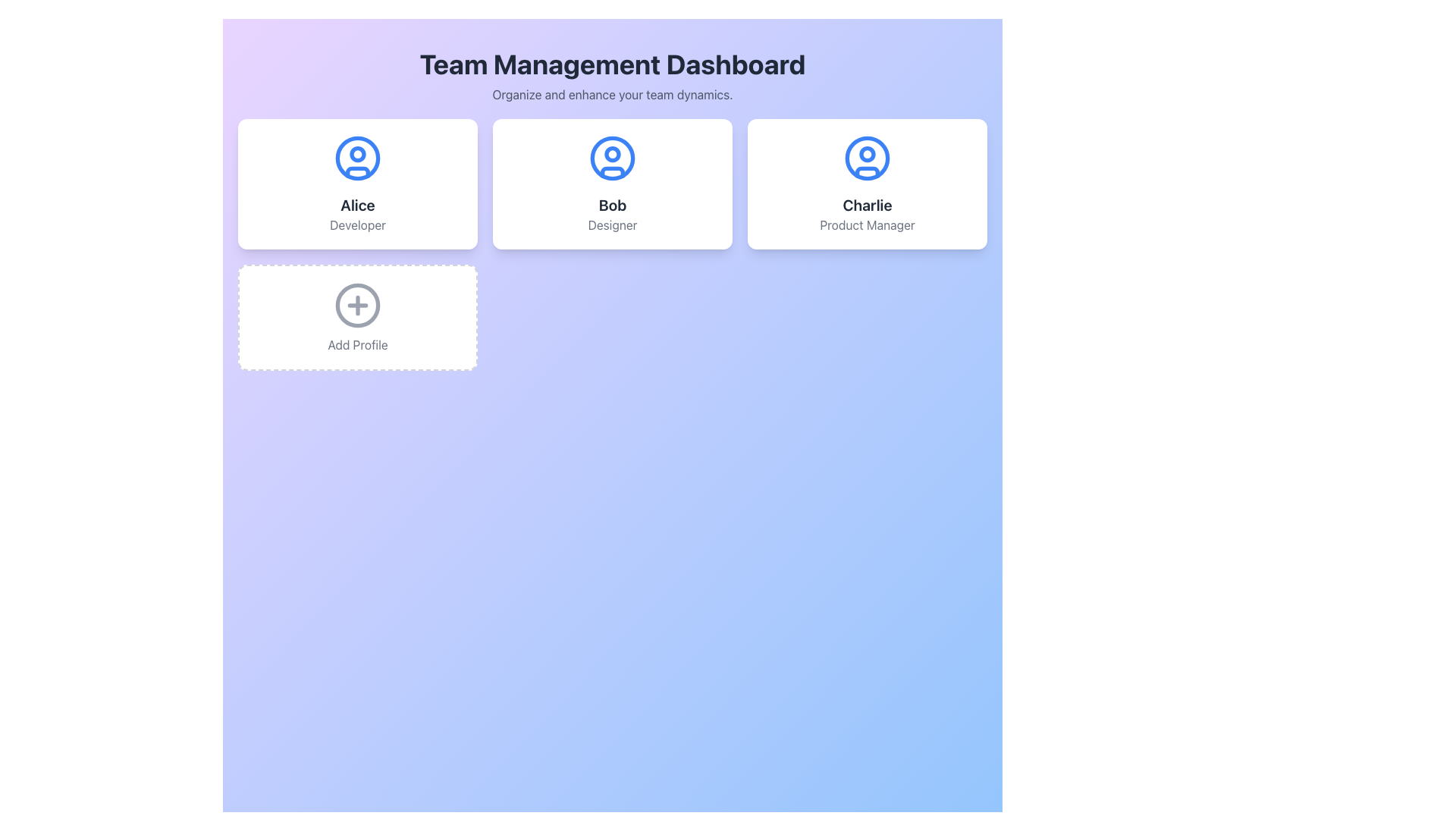 This screenshot has width=1456, height=819. Describe the element at coordinates (356, 154) in the screenshot. I see `the SVG circle component representing the head of the user in the profile icon for 'Alice', the Developer, located in the leftmost card` at that location.